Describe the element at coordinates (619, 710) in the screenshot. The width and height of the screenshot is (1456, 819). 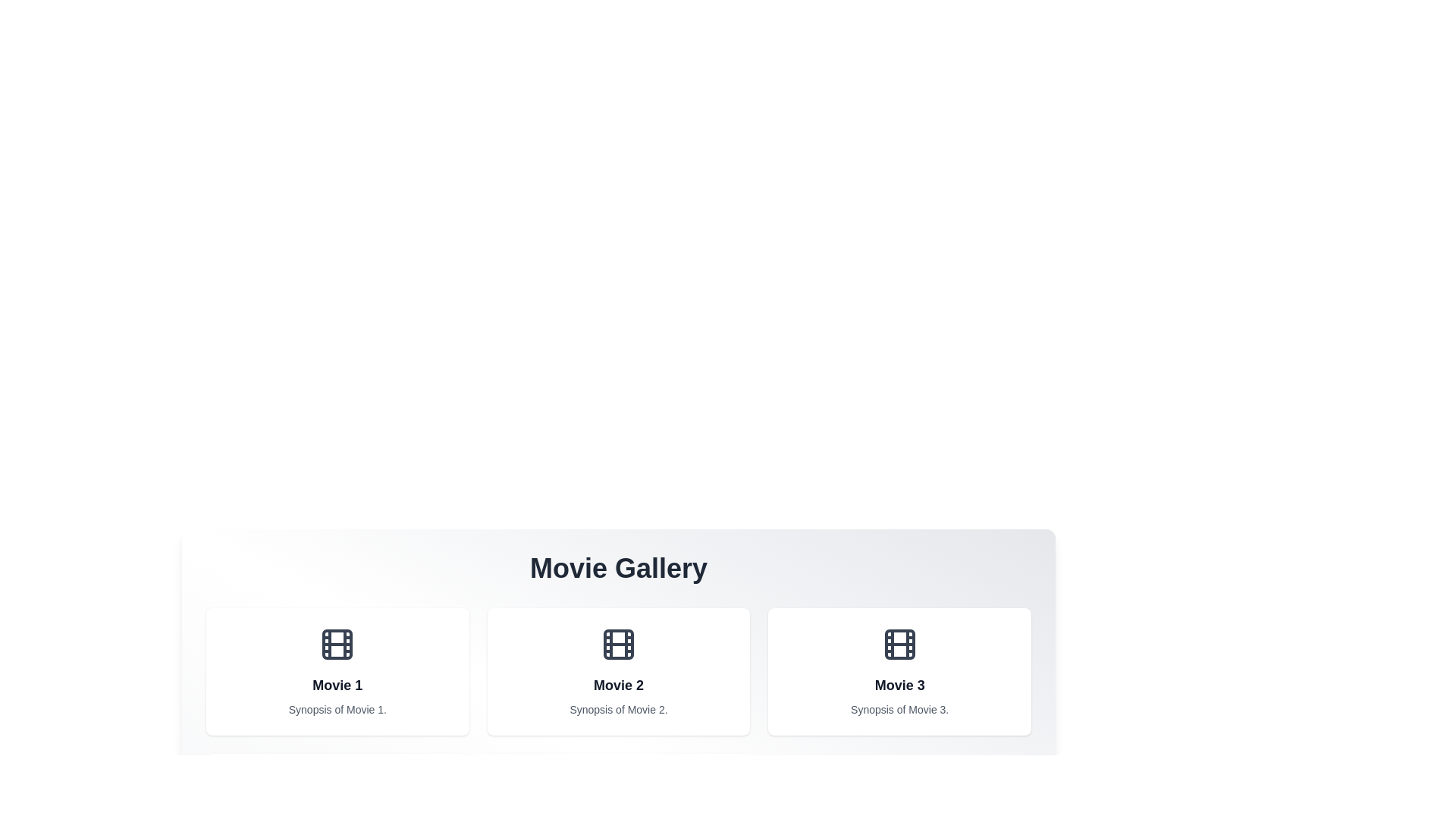
I see `the text label that serves as a synopsis for 'Movie 2', which is located directly below the title text in the second movie card` at that location.